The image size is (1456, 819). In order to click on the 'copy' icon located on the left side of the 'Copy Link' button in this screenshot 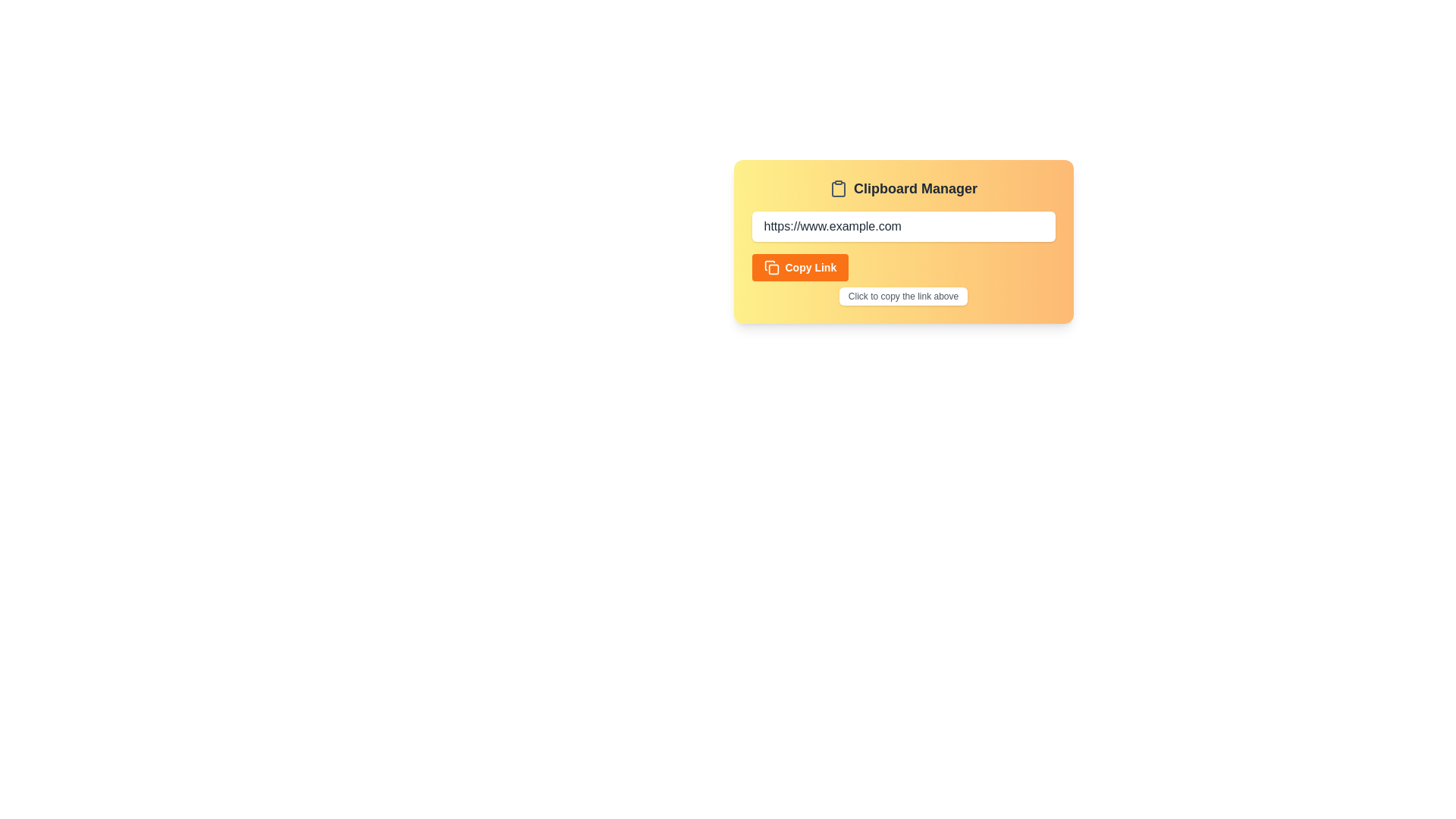, I will do `click(771, 267)`.